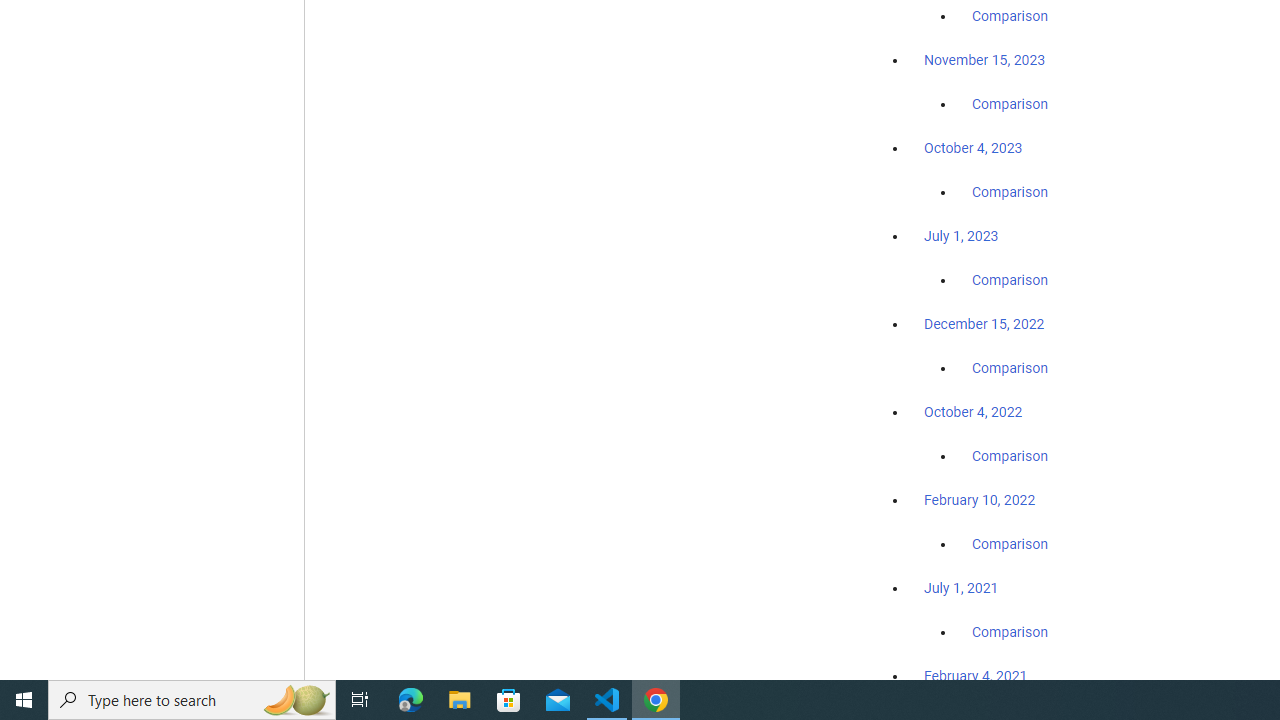 The width and height of the screenshot is (1280, 720). Describe the element at coordinates (976, 675) in the screenshot. I see `'February 4, 2021'` at that location.